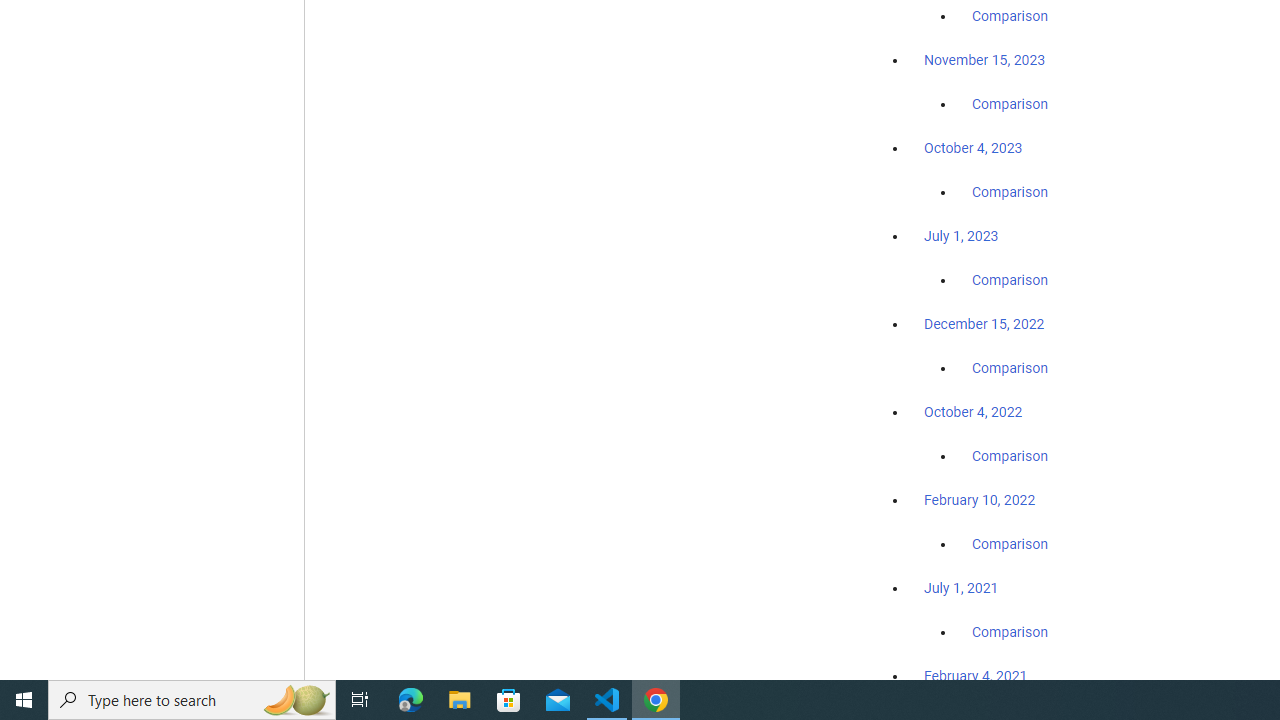 The width and height of the screenshot is (1280, 720). Describe the element at coordinates (976, 675) in the screenshot. I see `'February 4, 2021'` at that location.